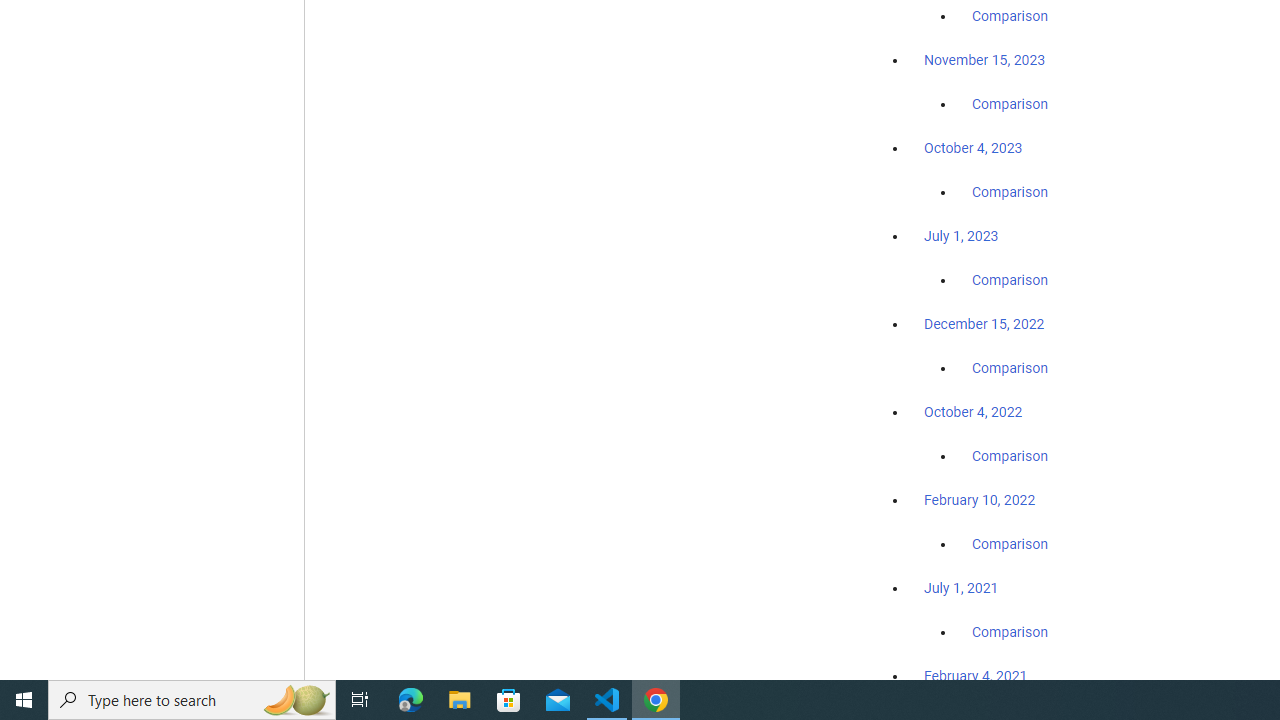 The width and height of the screenshot is (1280, 720). Describe the element at coordinates (976, 675) in the screenshot. I see `'February 4, 2021'` at that location.